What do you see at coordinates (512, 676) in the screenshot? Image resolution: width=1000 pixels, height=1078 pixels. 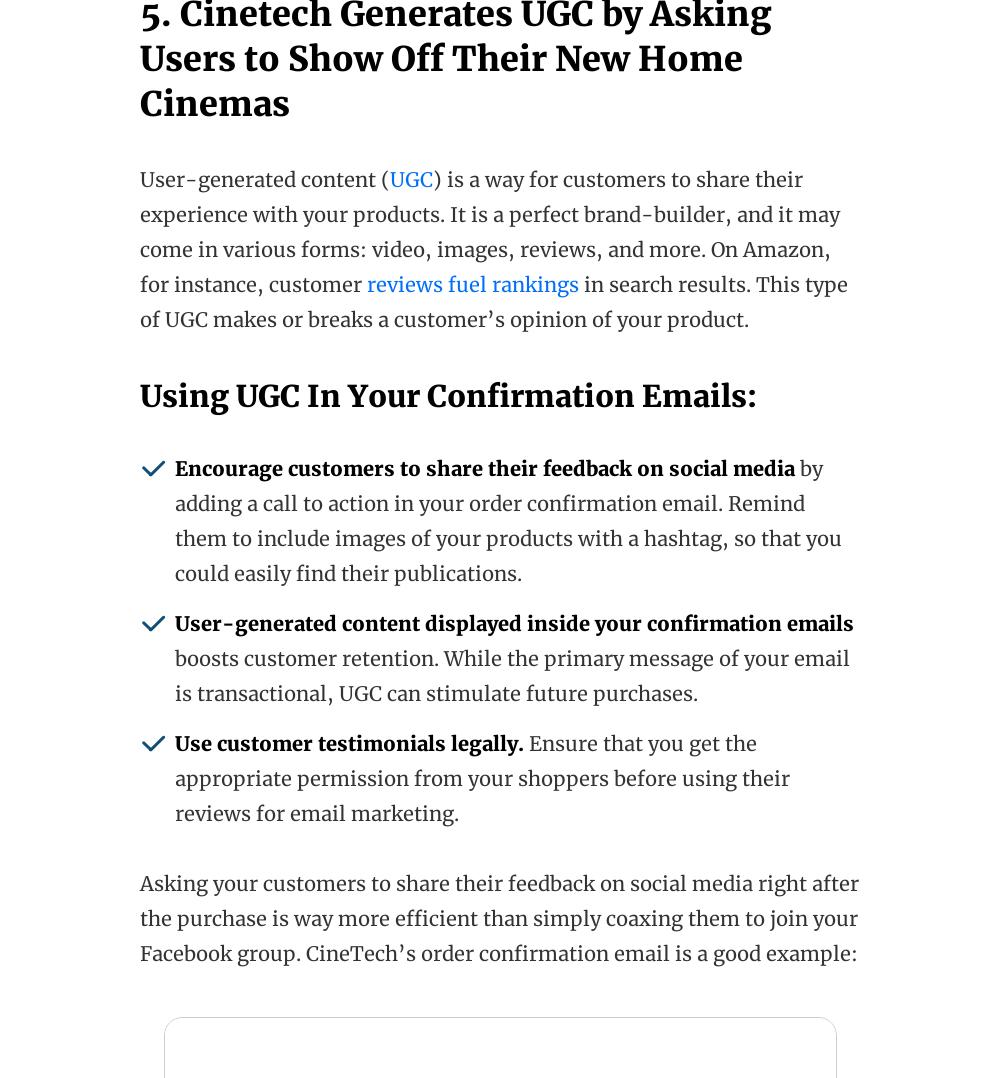 I see `'While the primary message of your email is transactional, UGC can stimulate future purchases.'` at bounding box center [512, 676].